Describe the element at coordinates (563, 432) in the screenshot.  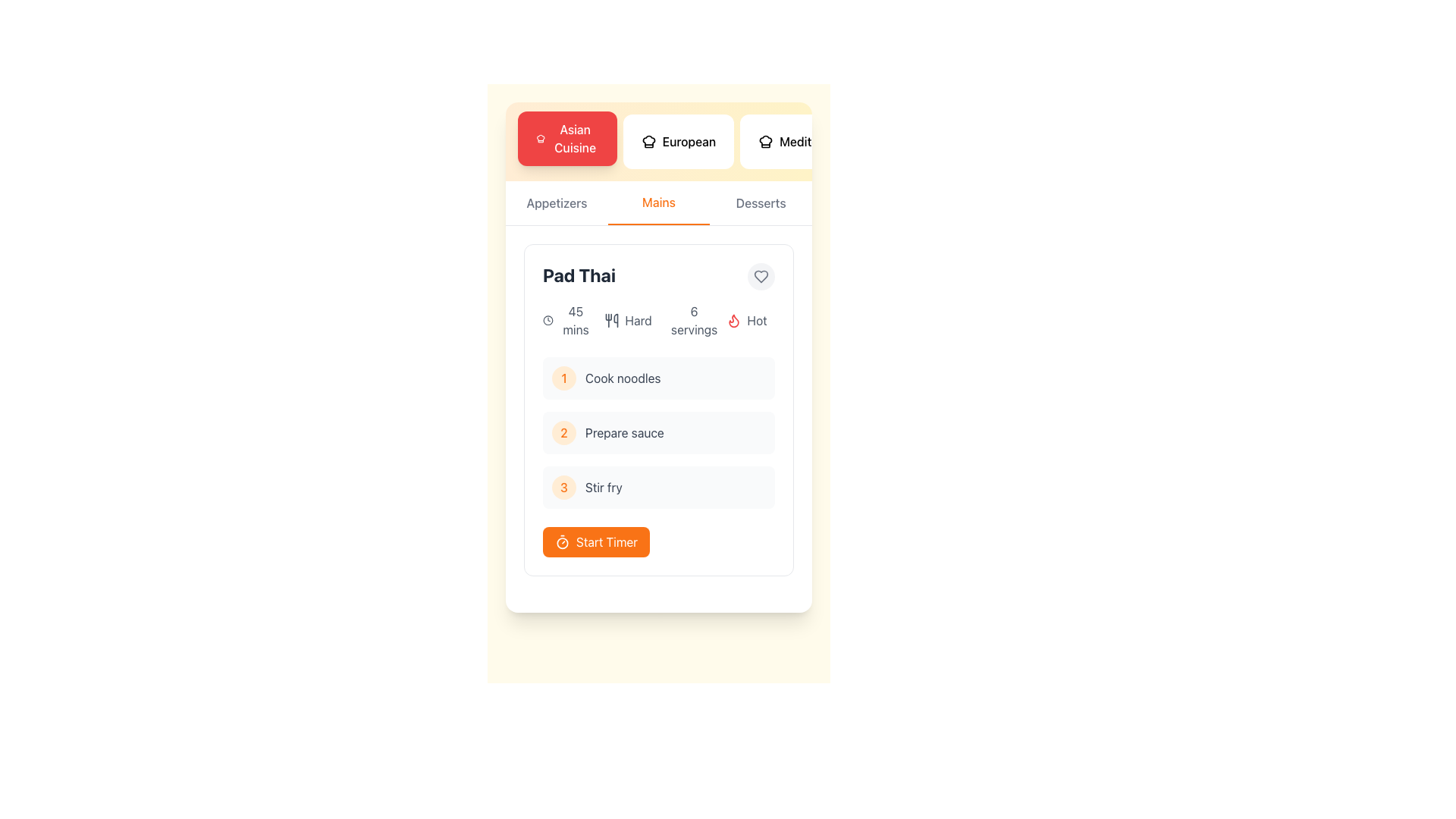
I see `the Step Indicator which is a circular component with an orange-colored filled numeral '2' in its center, indicating the second step titled 'Prepare sauce' in the 'Pad Thai' card` at that location.